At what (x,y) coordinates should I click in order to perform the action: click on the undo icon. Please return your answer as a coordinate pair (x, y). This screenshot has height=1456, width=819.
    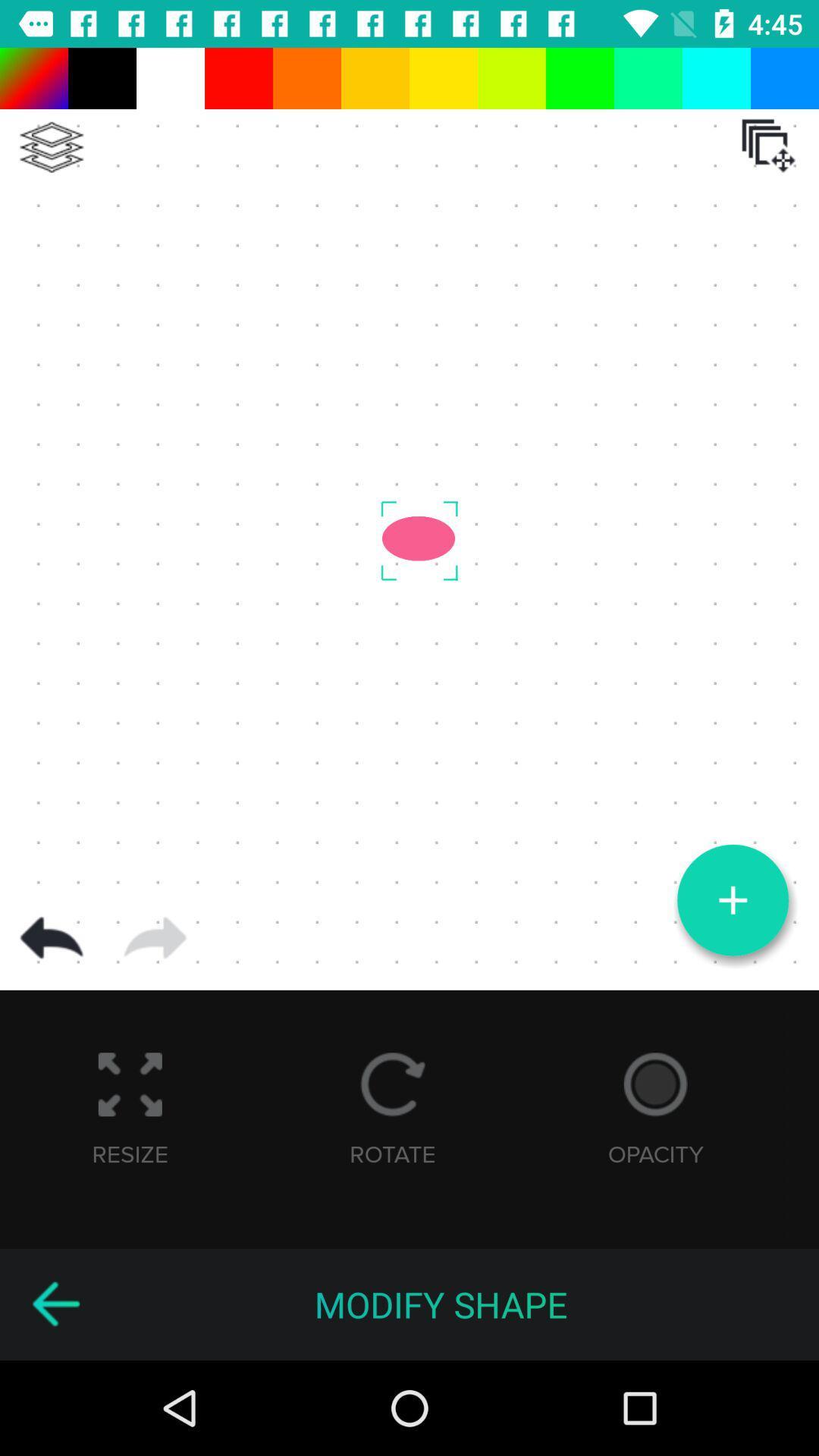
    Looking at the image, I should click on (51, 937).